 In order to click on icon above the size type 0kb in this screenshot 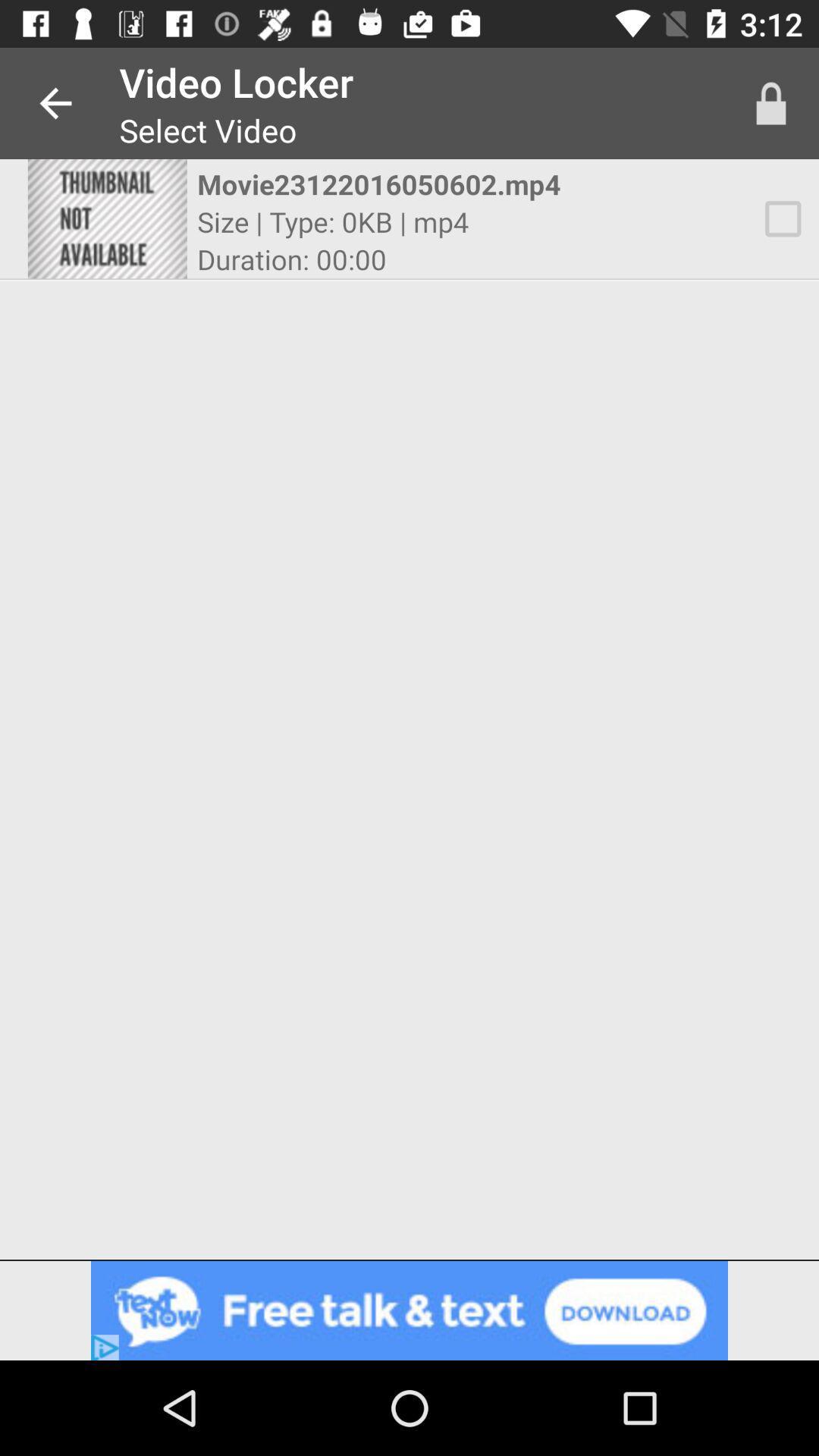, I will do `click(395, 184)`.